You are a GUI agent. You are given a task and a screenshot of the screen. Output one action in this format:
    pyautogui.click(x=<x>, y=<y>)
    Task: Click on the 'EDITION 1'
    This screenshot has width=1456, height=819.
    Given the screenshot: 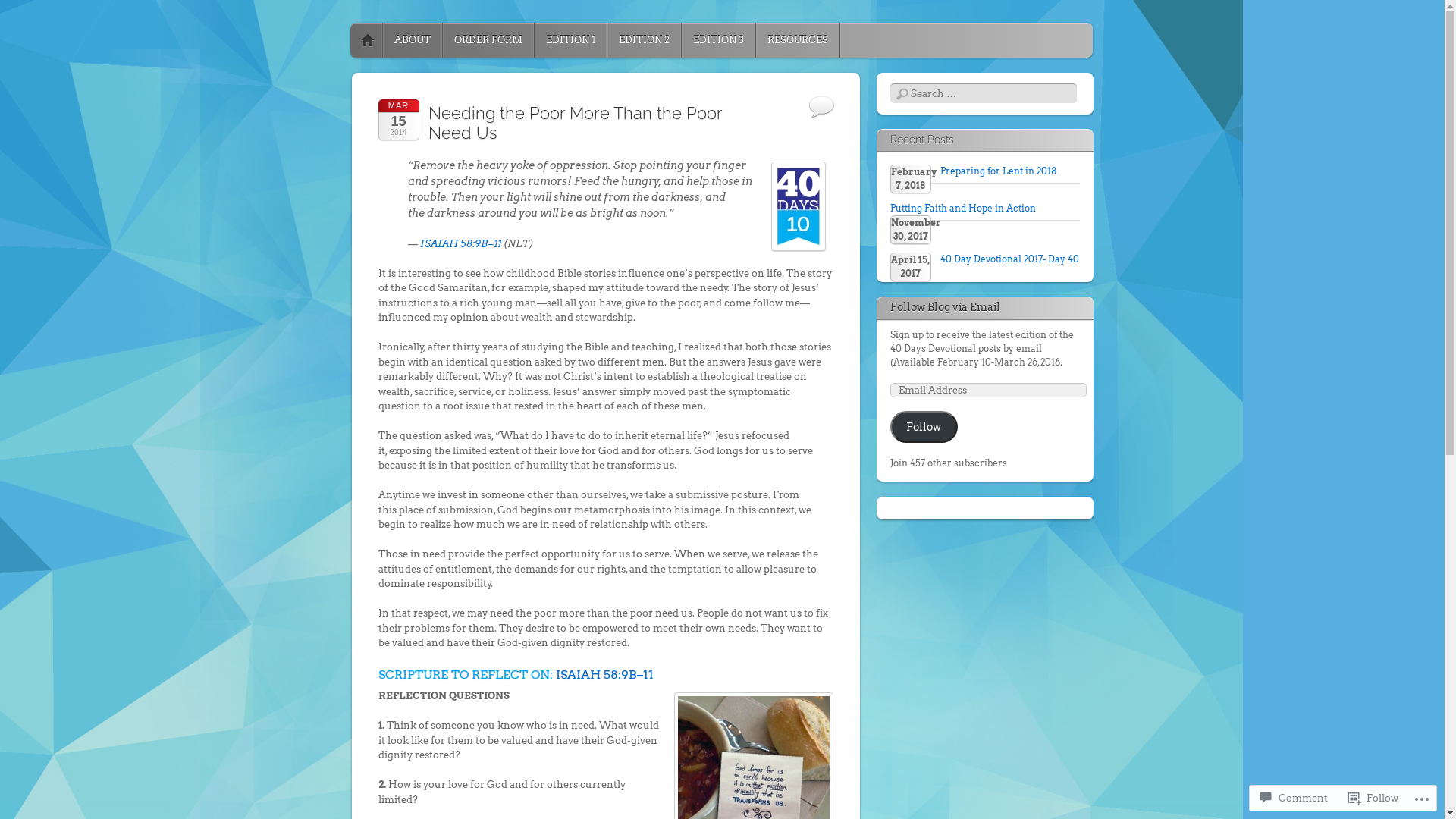 What is the action you would take?
    pyautogui.click(x=569, y=39)
    